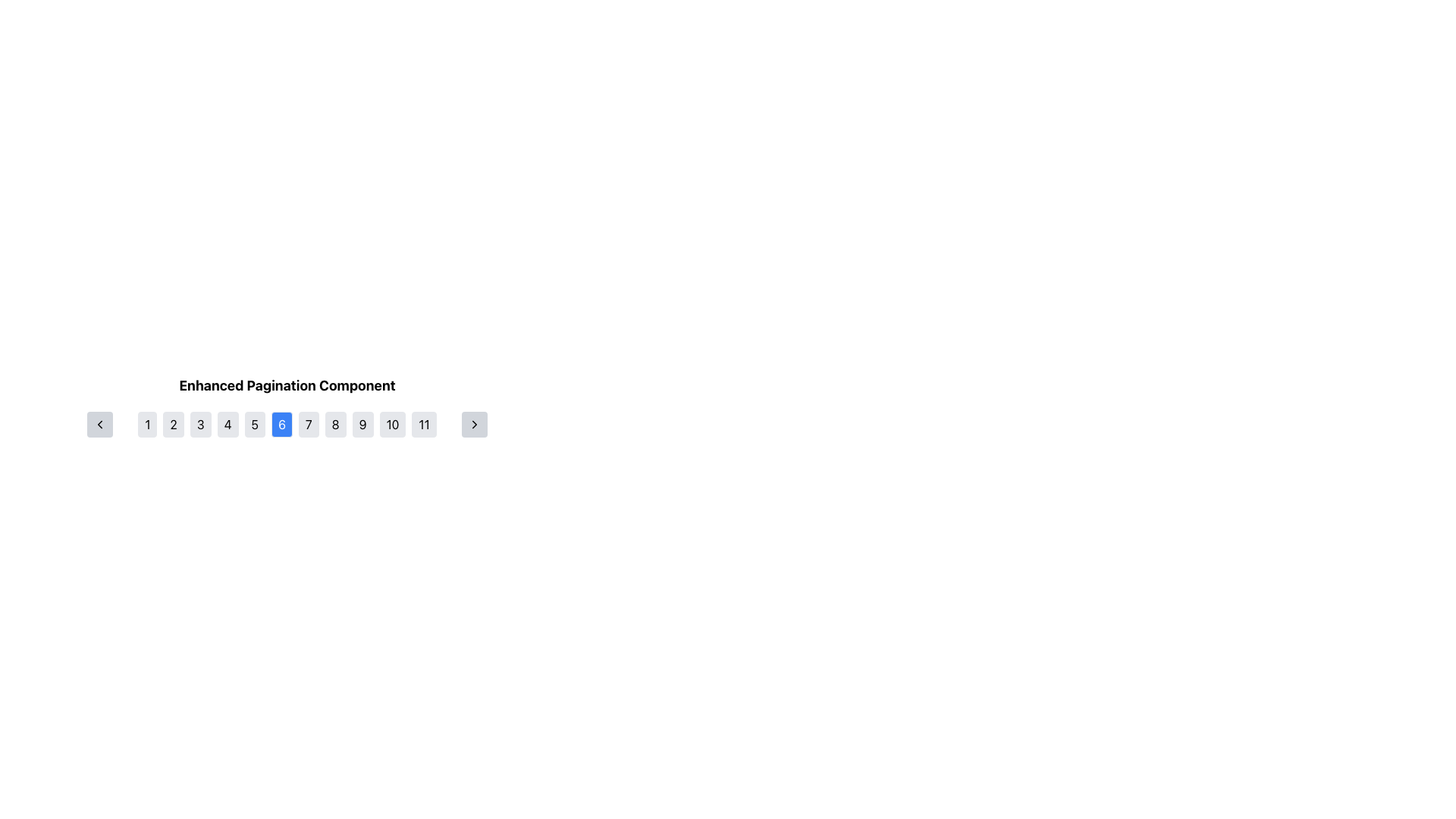 This screenshot has width=1456, height=819. Describe the element at coordinates (287, 424) in the screenshot. I see `the sixth interactive button in the pagination bar below the 'Enhanced Pagination Component' header` at that location.